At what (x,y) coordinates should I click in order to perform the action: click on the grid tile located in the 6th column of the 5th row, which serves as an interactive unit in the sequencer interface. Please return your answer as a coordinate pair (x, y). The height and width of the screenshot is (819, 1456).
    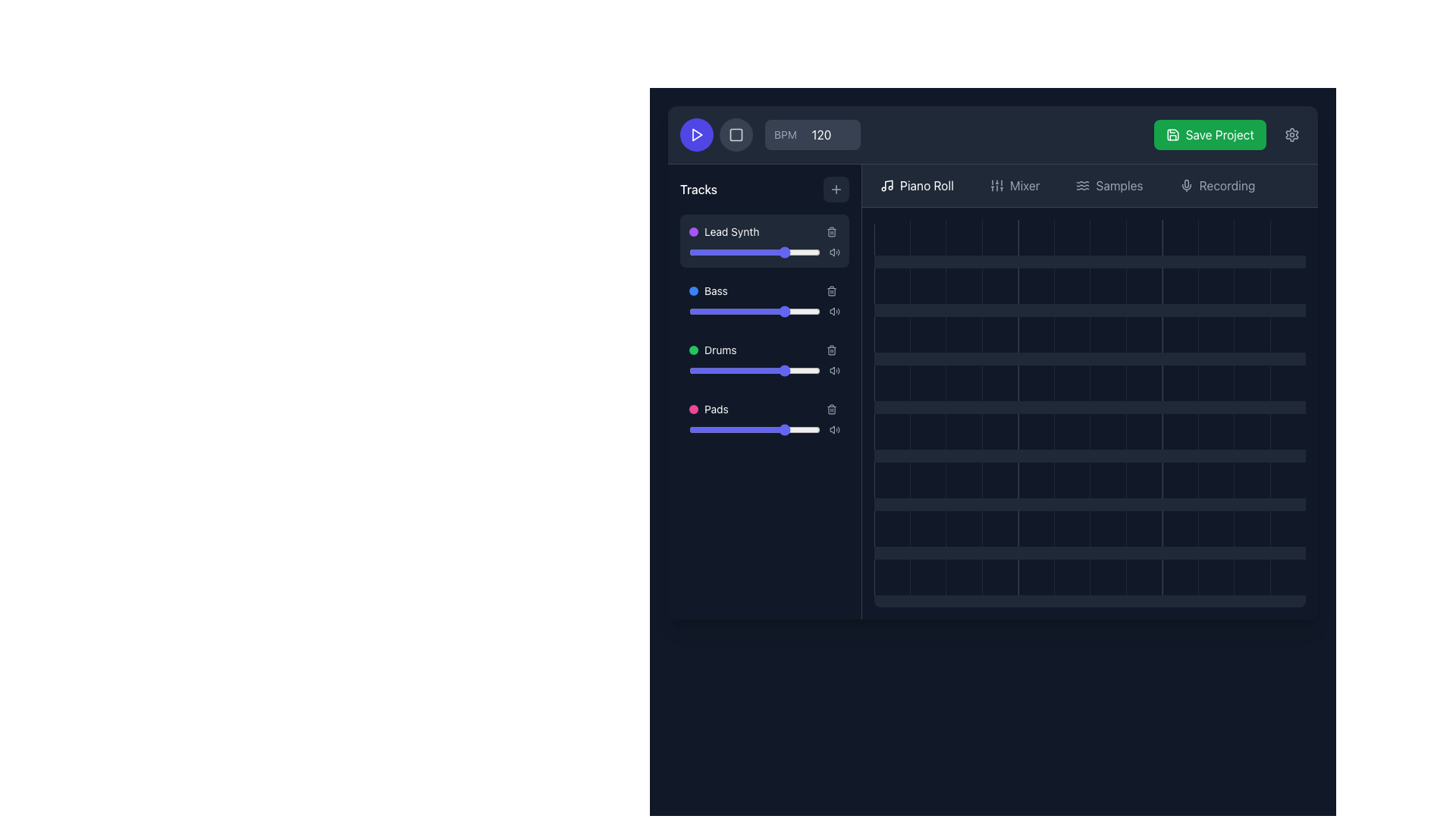
    Looking at the image, I should click on (1035, 528).